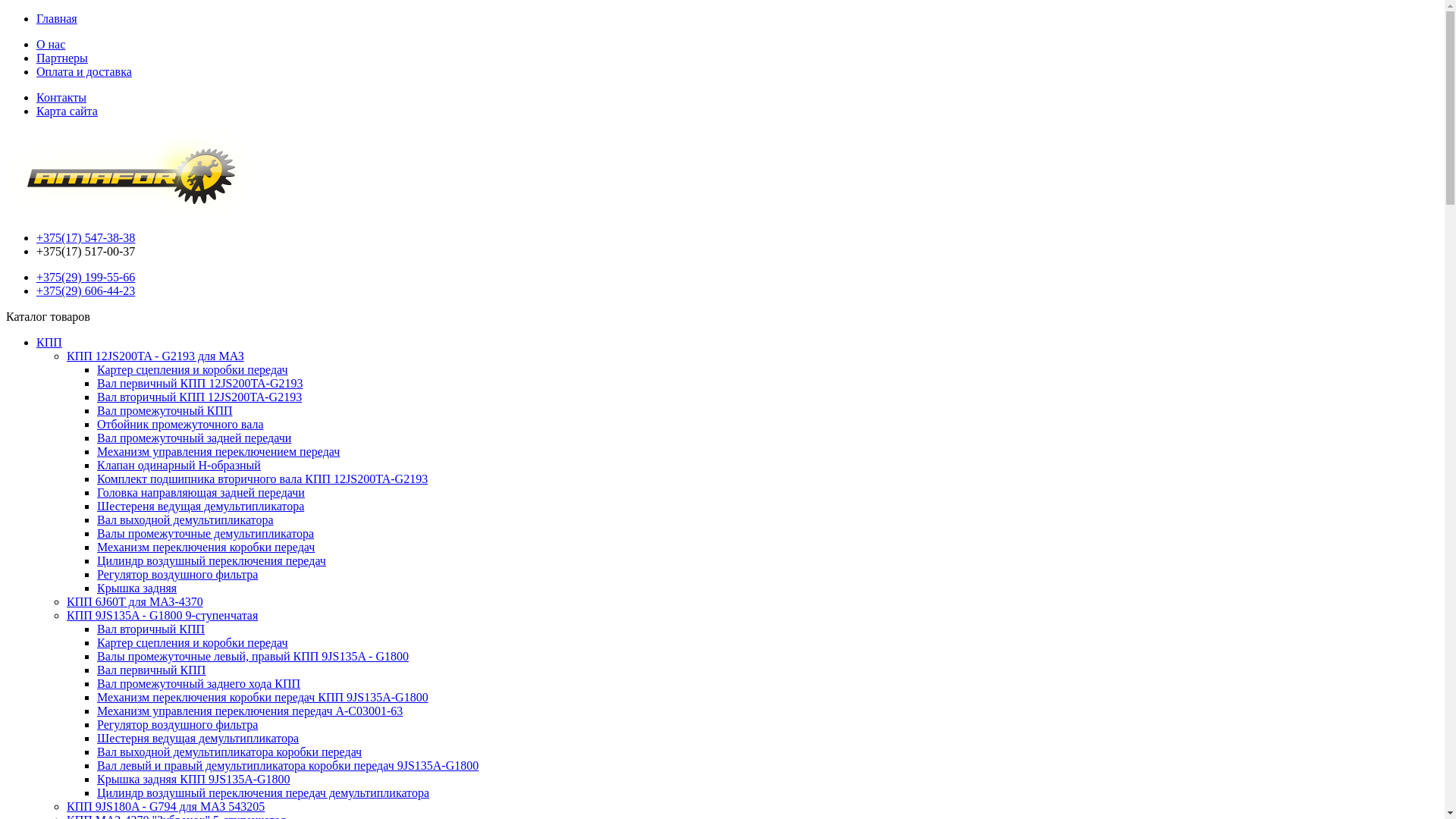  I want to click on '+375(29) 606-44-23', so click(36, 290).